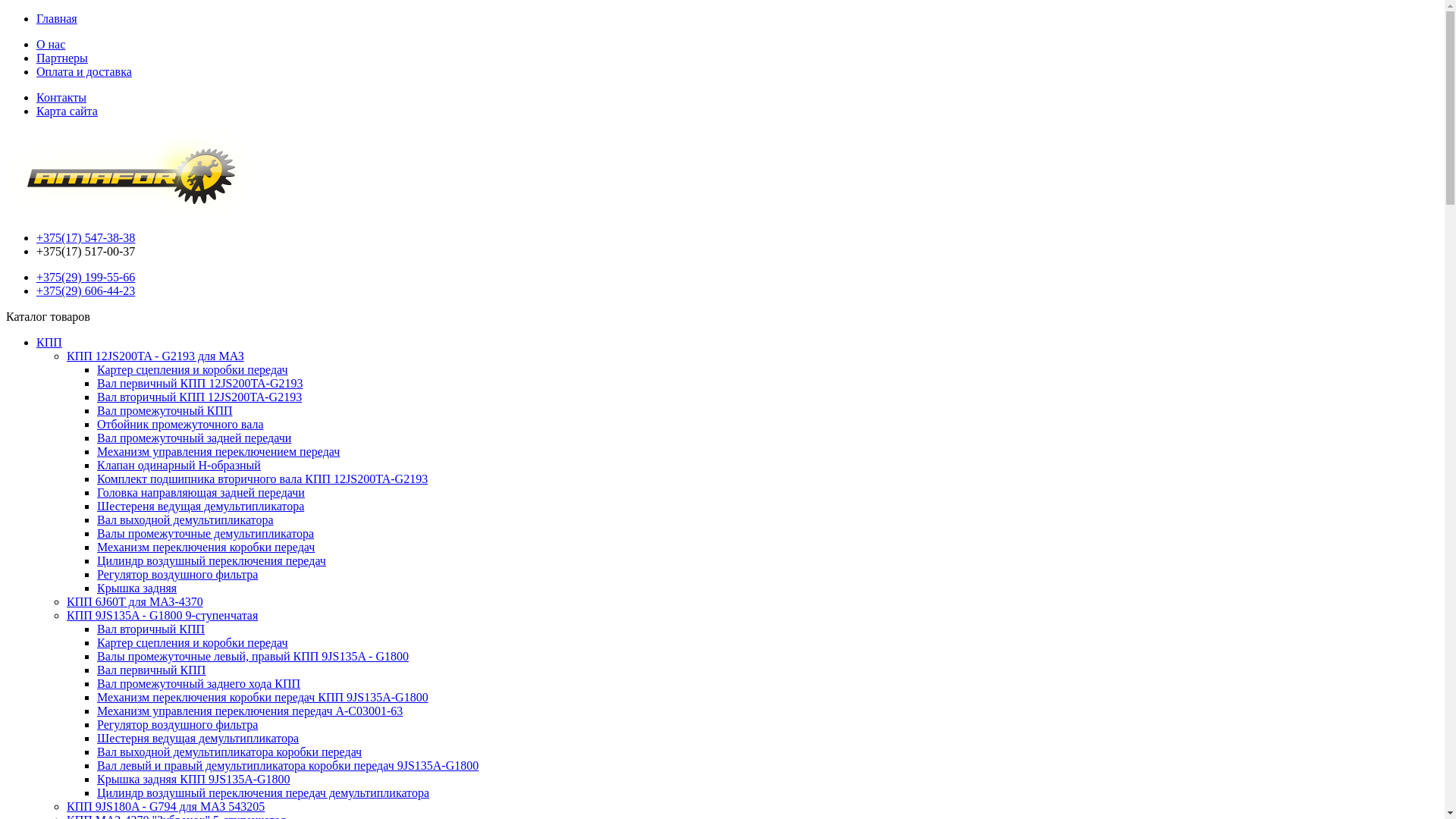  I want to click on '+375(29) 606-44-23', so click(36, 290).